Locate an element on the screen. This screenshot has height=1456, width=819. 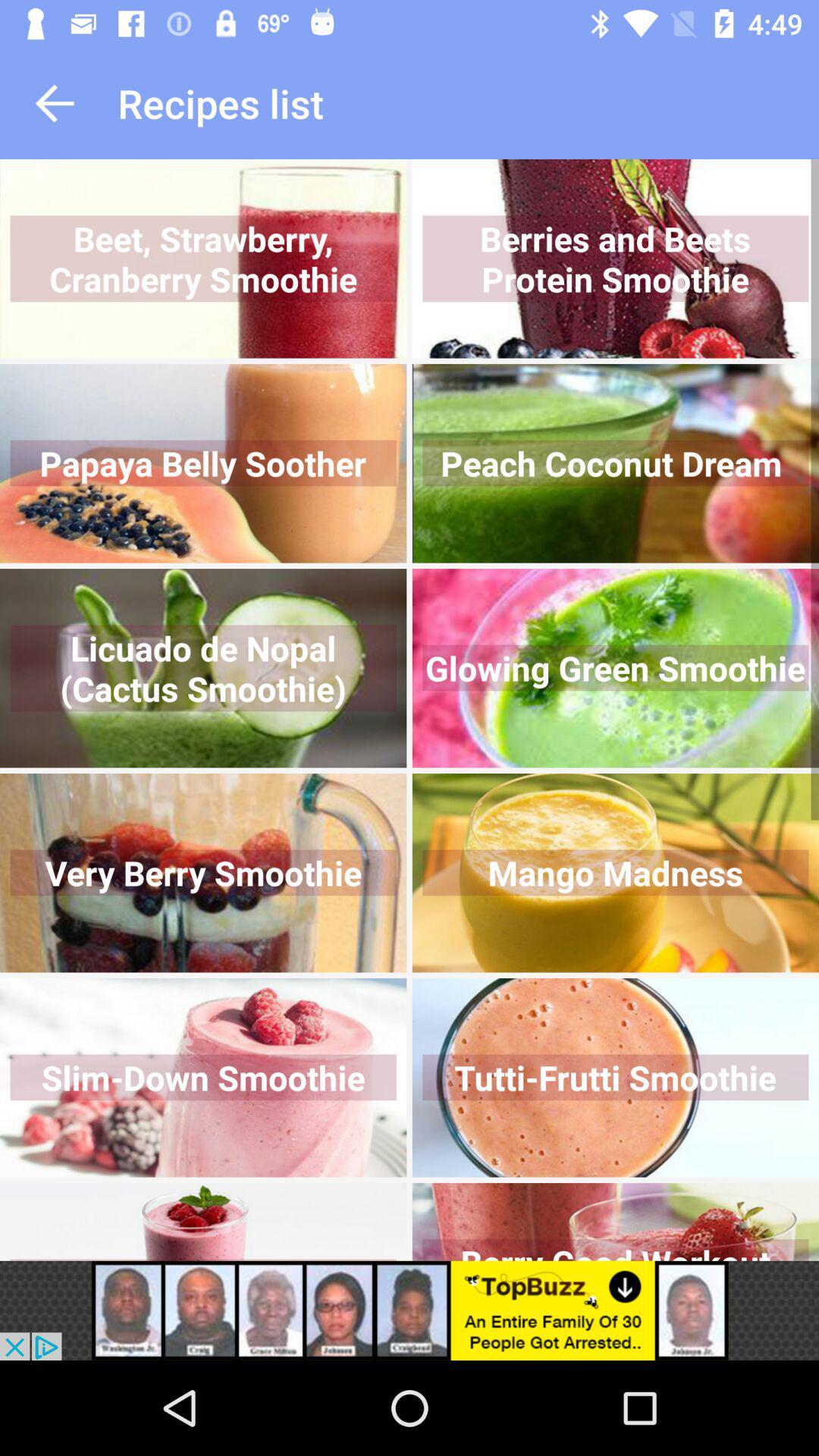
advertisement is located at coordinates (409, 1310).